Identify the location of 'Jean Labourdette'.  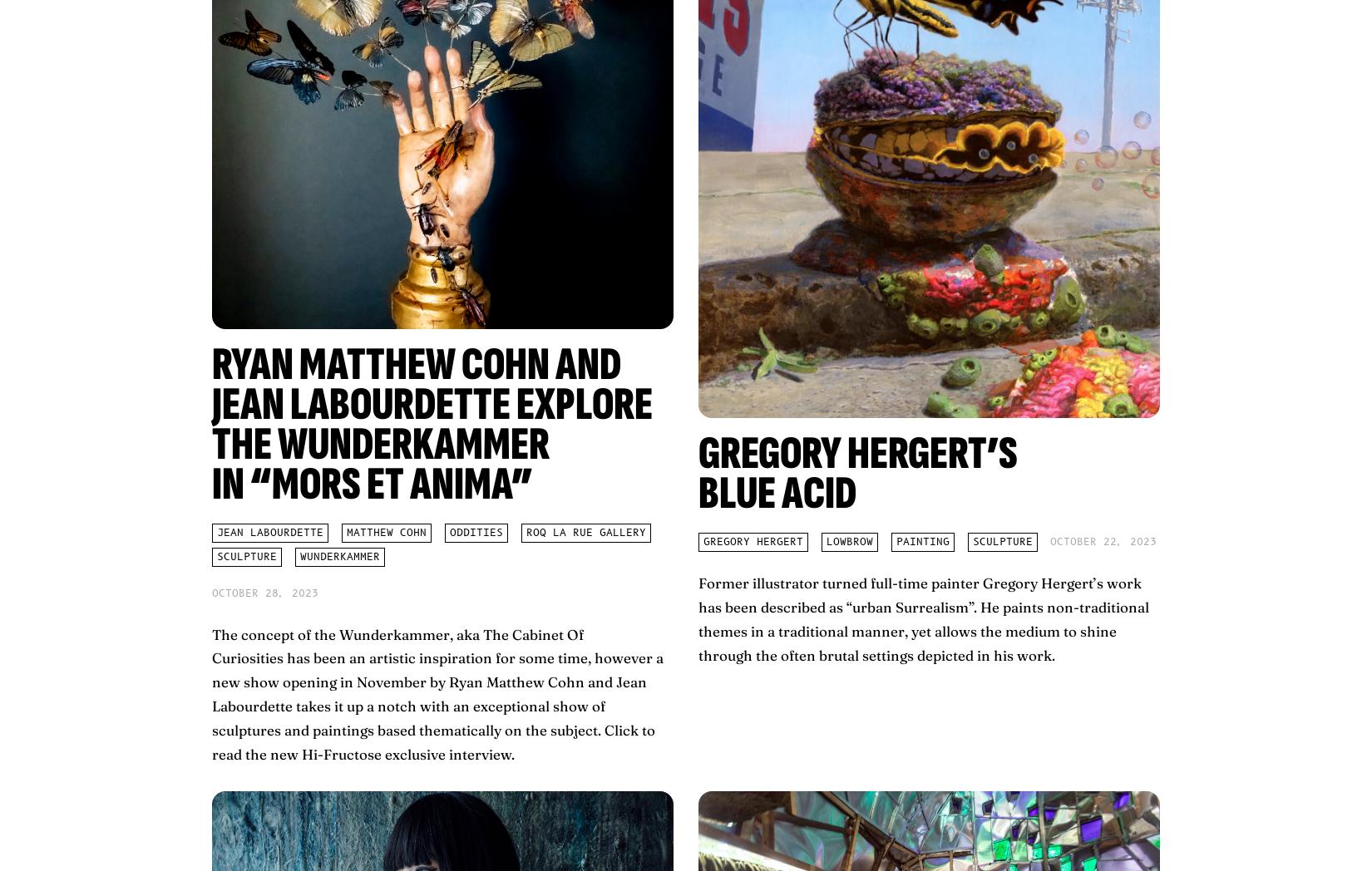
(270, 532).